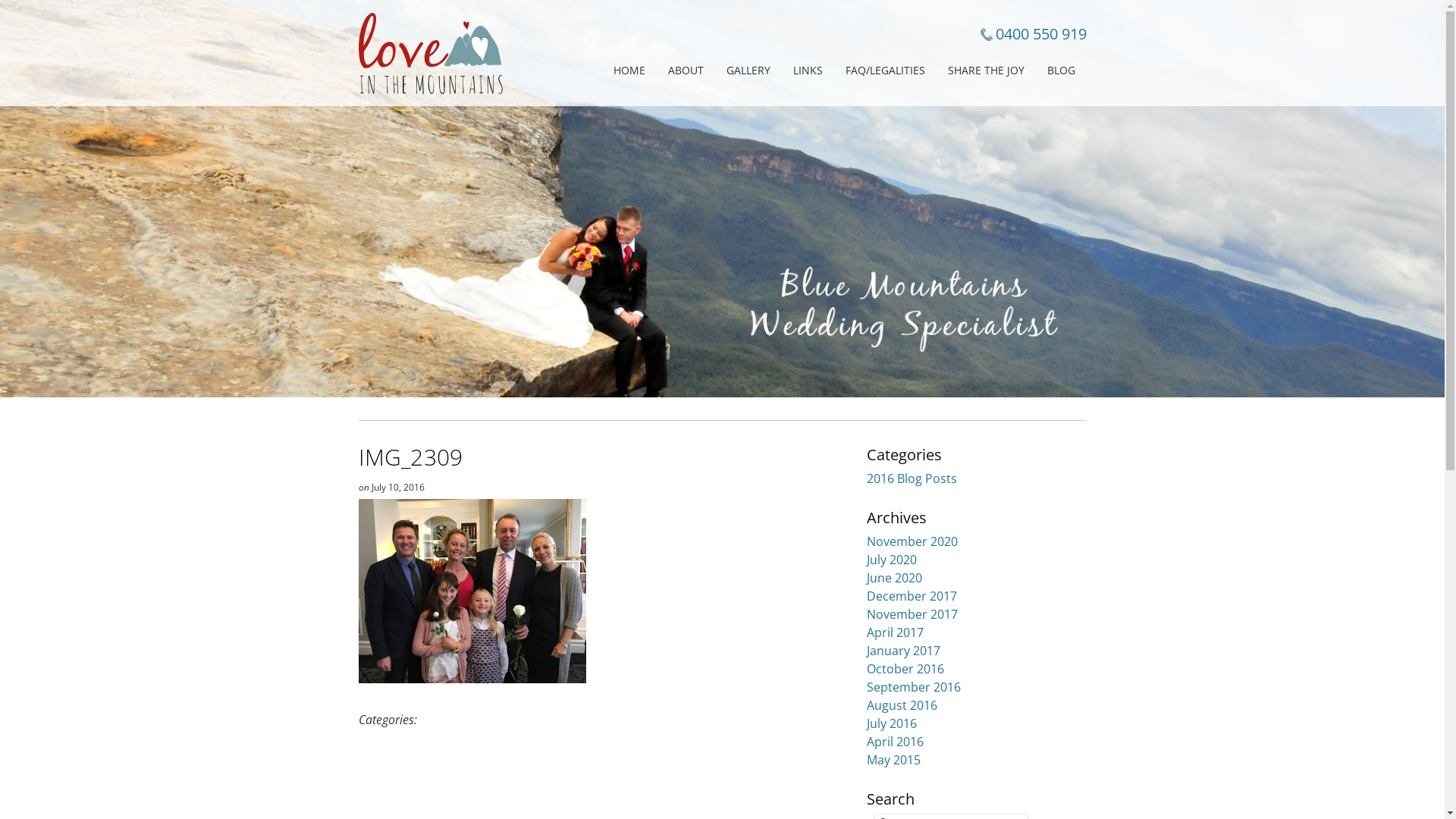  I want to click on 'FAQ/LEGALITIES', so click(833, 70).